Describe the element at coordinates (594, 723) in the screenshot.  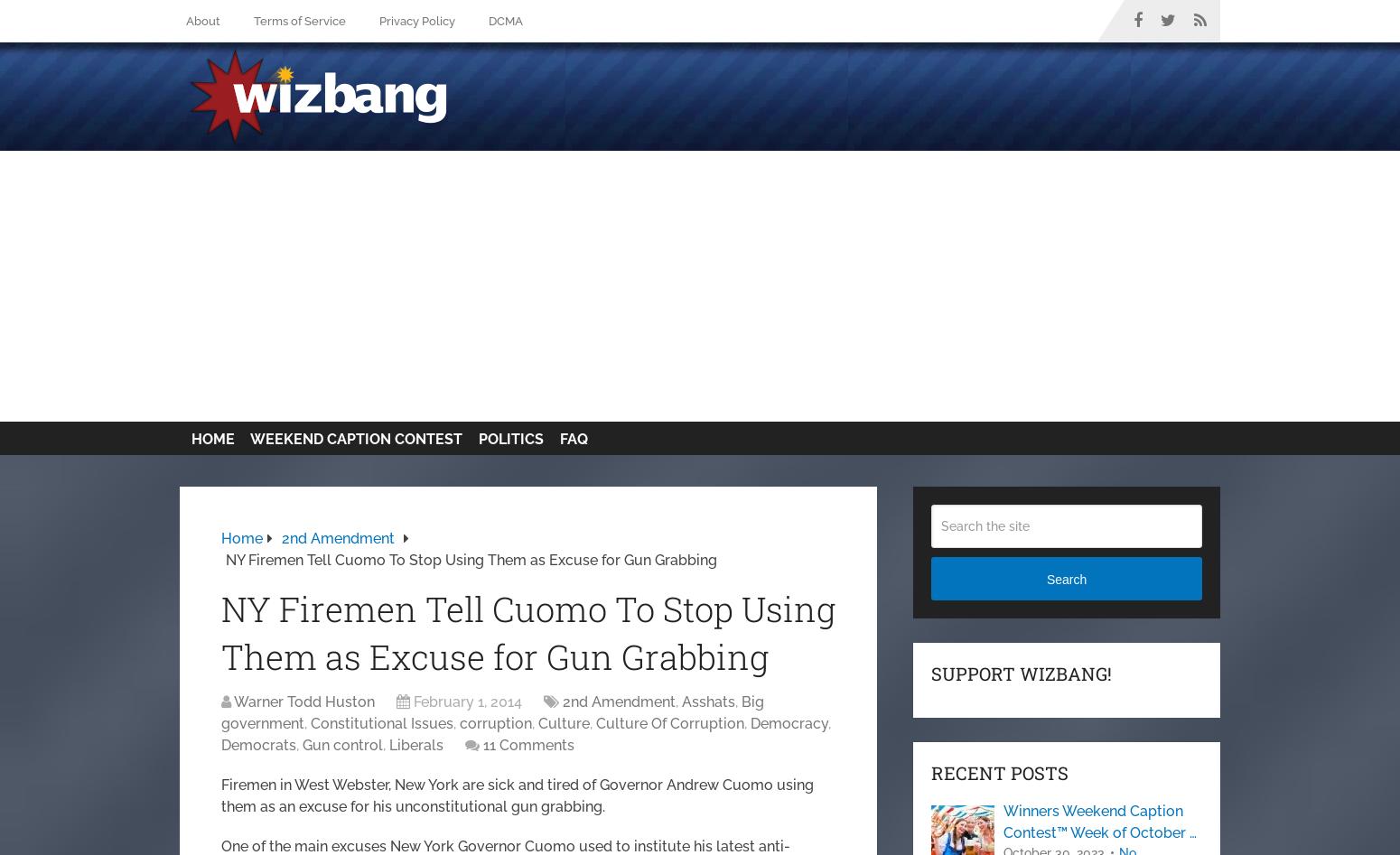
I see `'Culture Of Corruption'` at that location.